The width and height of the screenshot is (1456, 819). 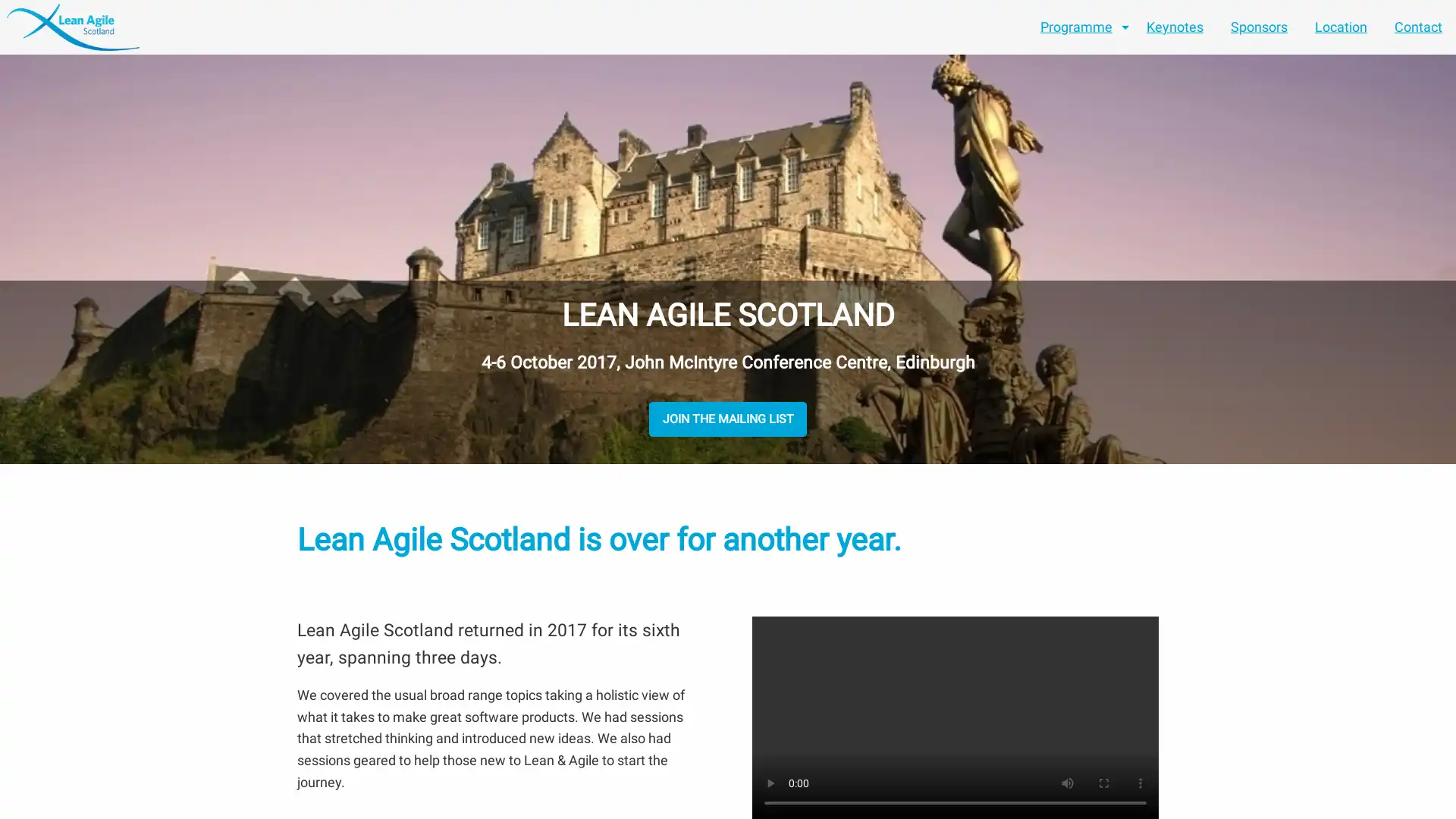 I want to click on show more media controls, so click(x=1140, y=783).